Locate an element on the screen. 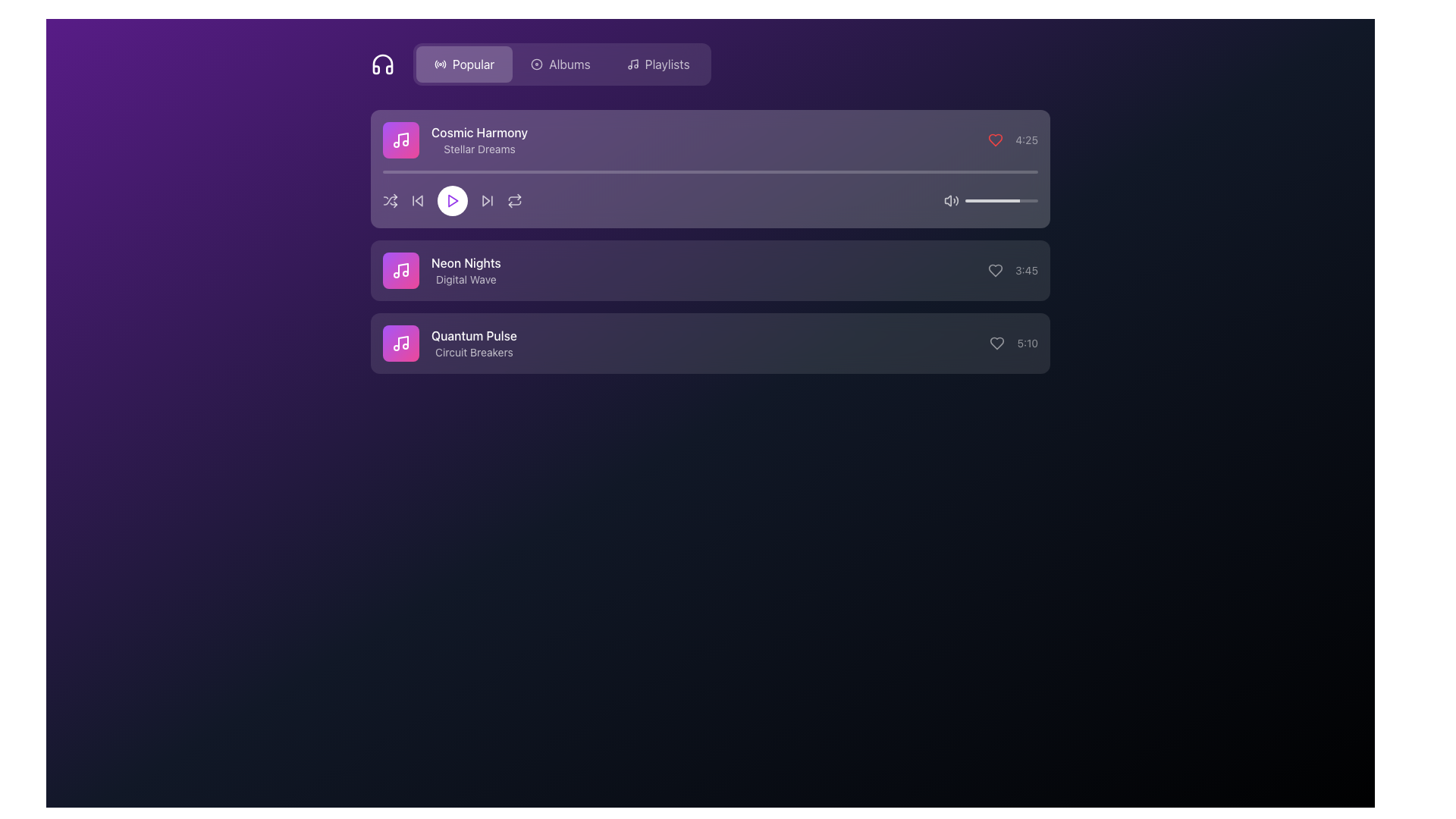 Image resolution: width=1456 pixels, height=819 pixels. the second text label indicating additional information about the 'Quantum Pulse' entry in the playlist is located at coordinates (473, 353).